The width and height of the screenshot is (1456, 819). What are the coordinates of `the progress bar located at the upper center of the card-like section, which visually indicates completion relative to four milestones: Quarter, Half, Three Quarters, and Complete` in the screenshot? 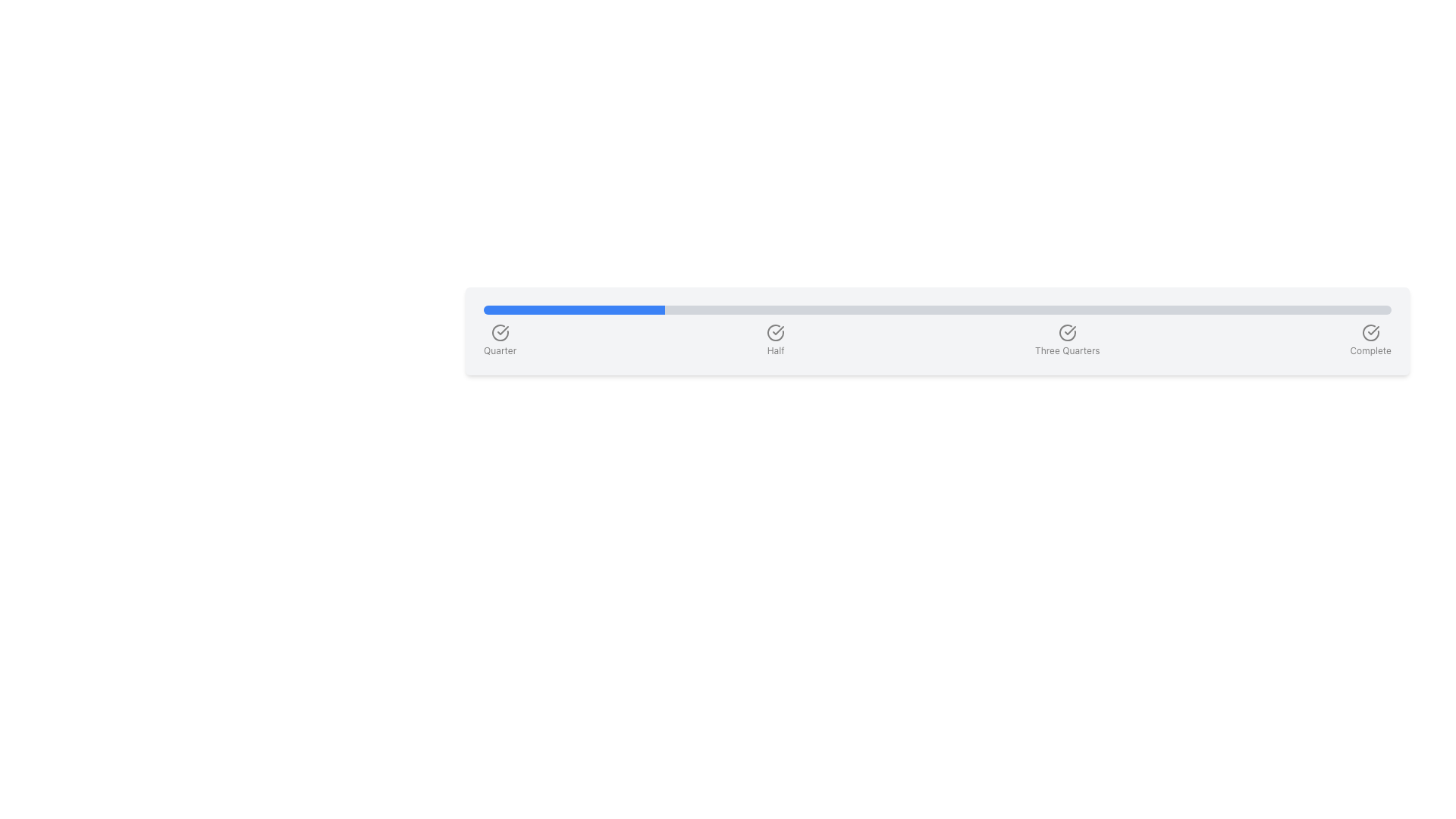 It's located at (937, 309).